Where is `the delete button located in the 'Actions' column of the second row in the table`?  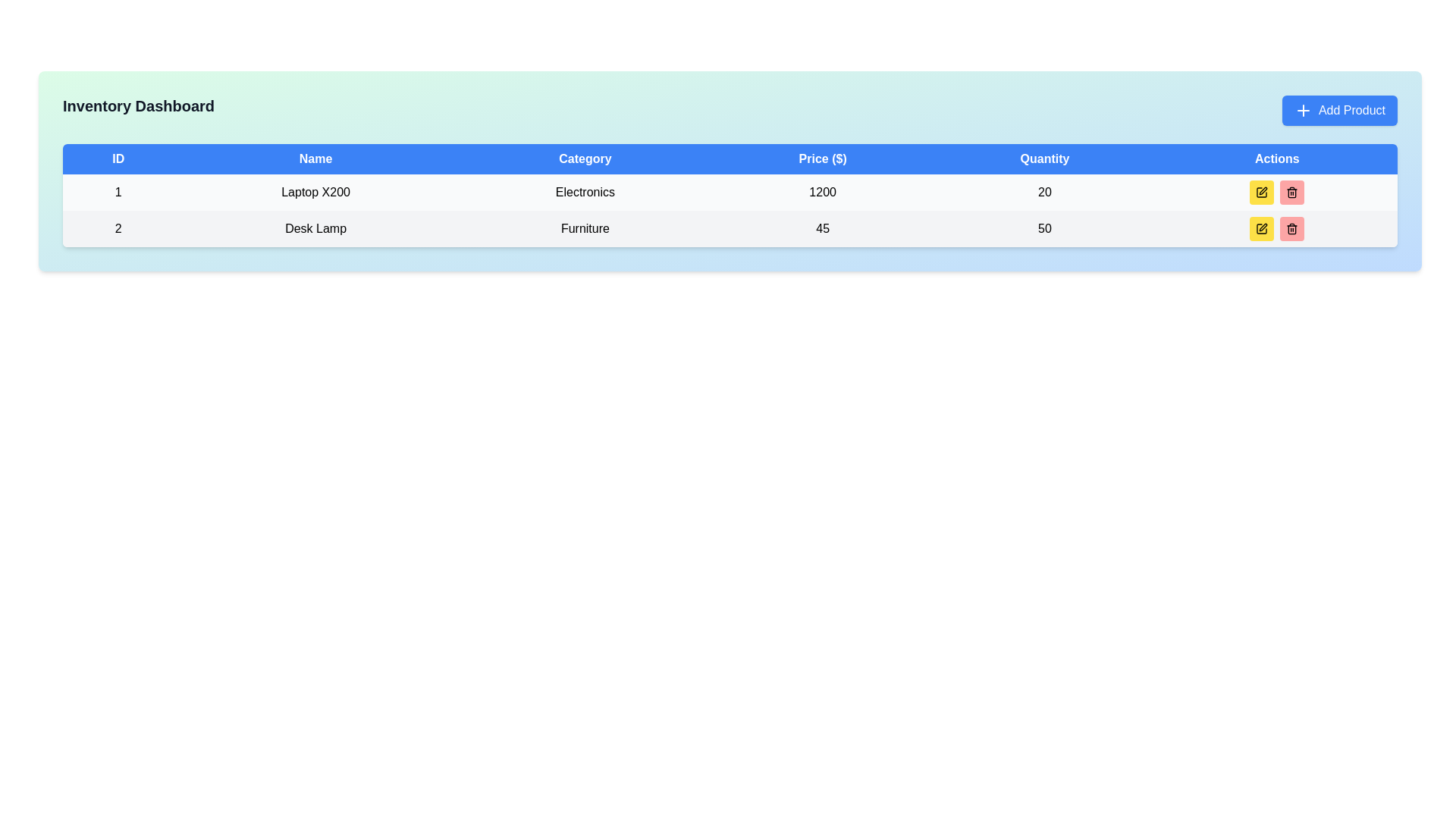 the delete button located in the 'Actions' column of the second row in the table is located at coordinates (1291, 192).